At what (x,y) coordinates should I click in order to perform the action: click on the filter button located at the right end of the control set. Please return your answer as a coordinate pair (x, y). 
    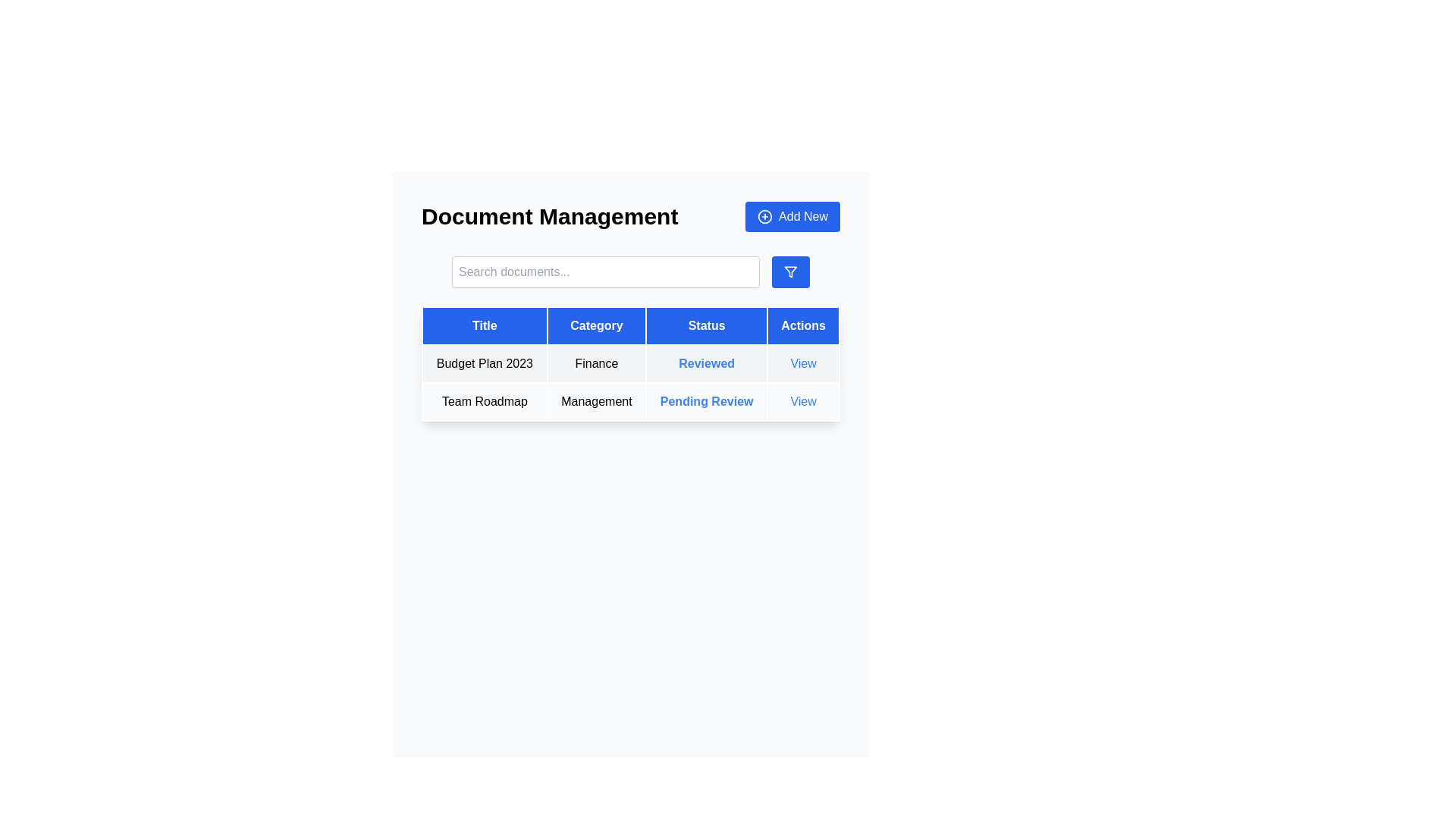
    Looking at the image, I should click on (789, 271).